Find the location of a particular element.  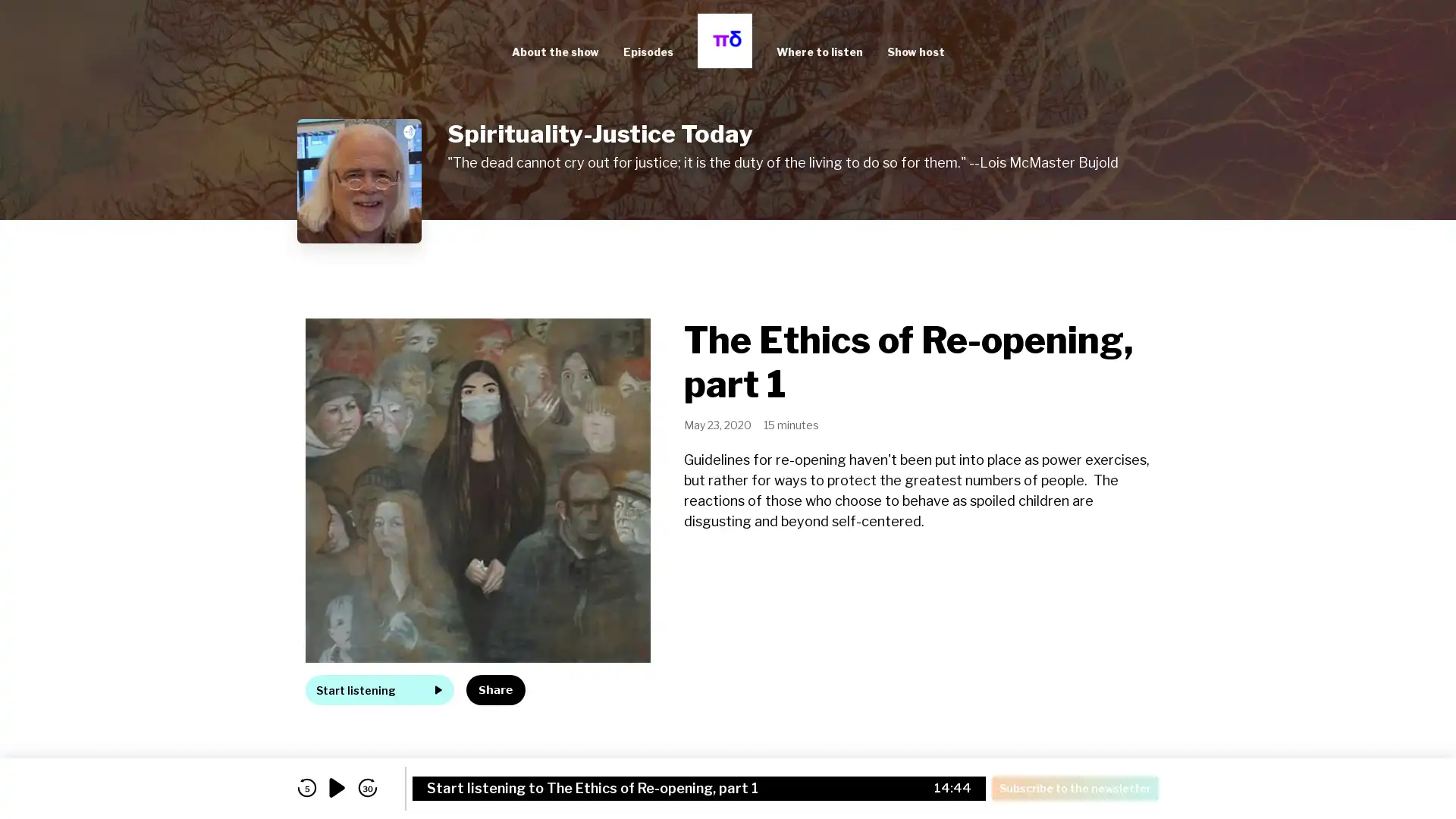

skip forward 30 seconds is located at coordinates (367, 787).